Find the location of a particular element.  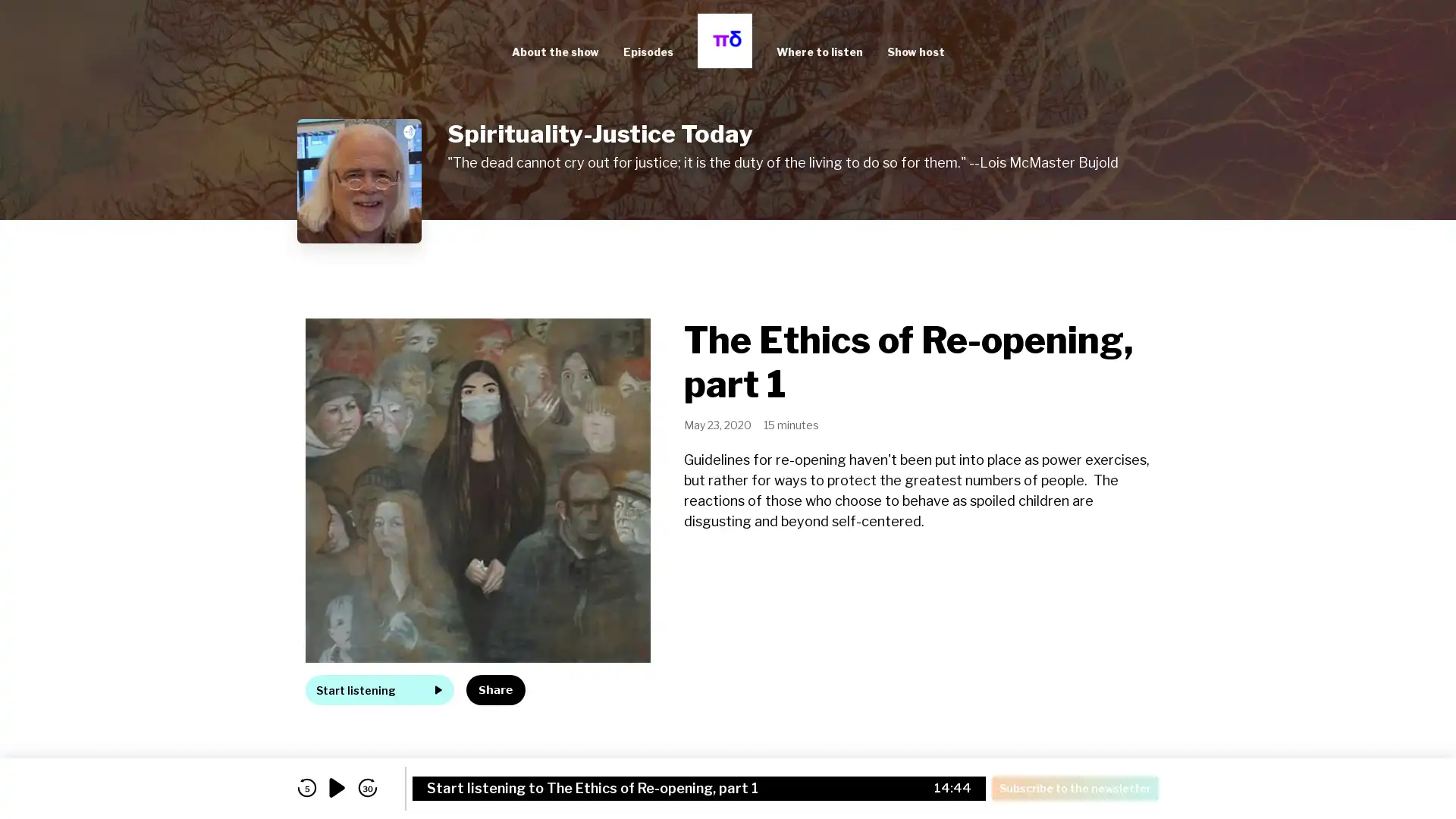

skip forward 30 seconds is located at coordinates (367, 787).